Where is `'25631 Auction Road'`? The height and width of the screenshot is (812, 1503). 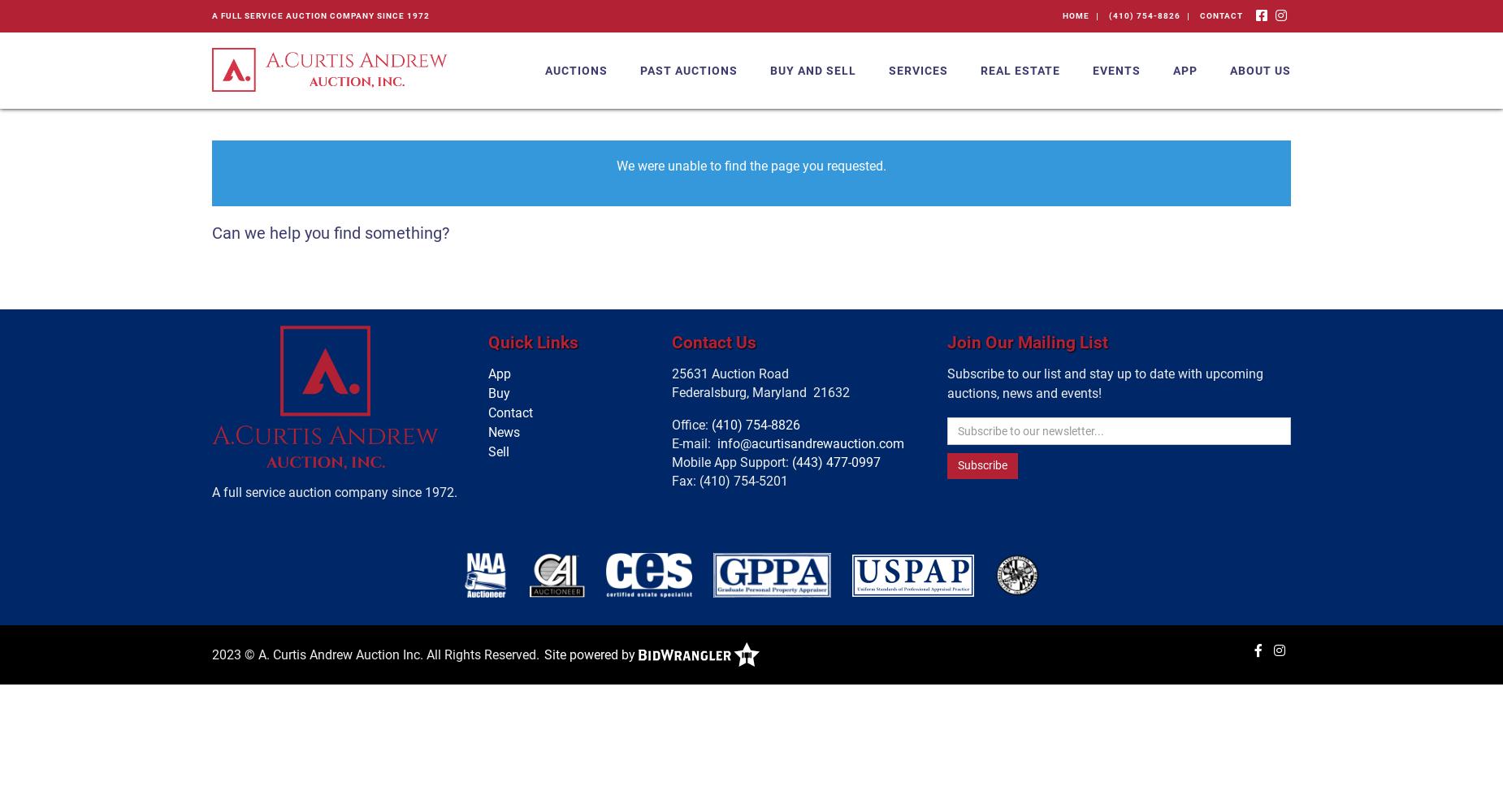
'25631 Auction Road' is located at coordinates (729, 373).